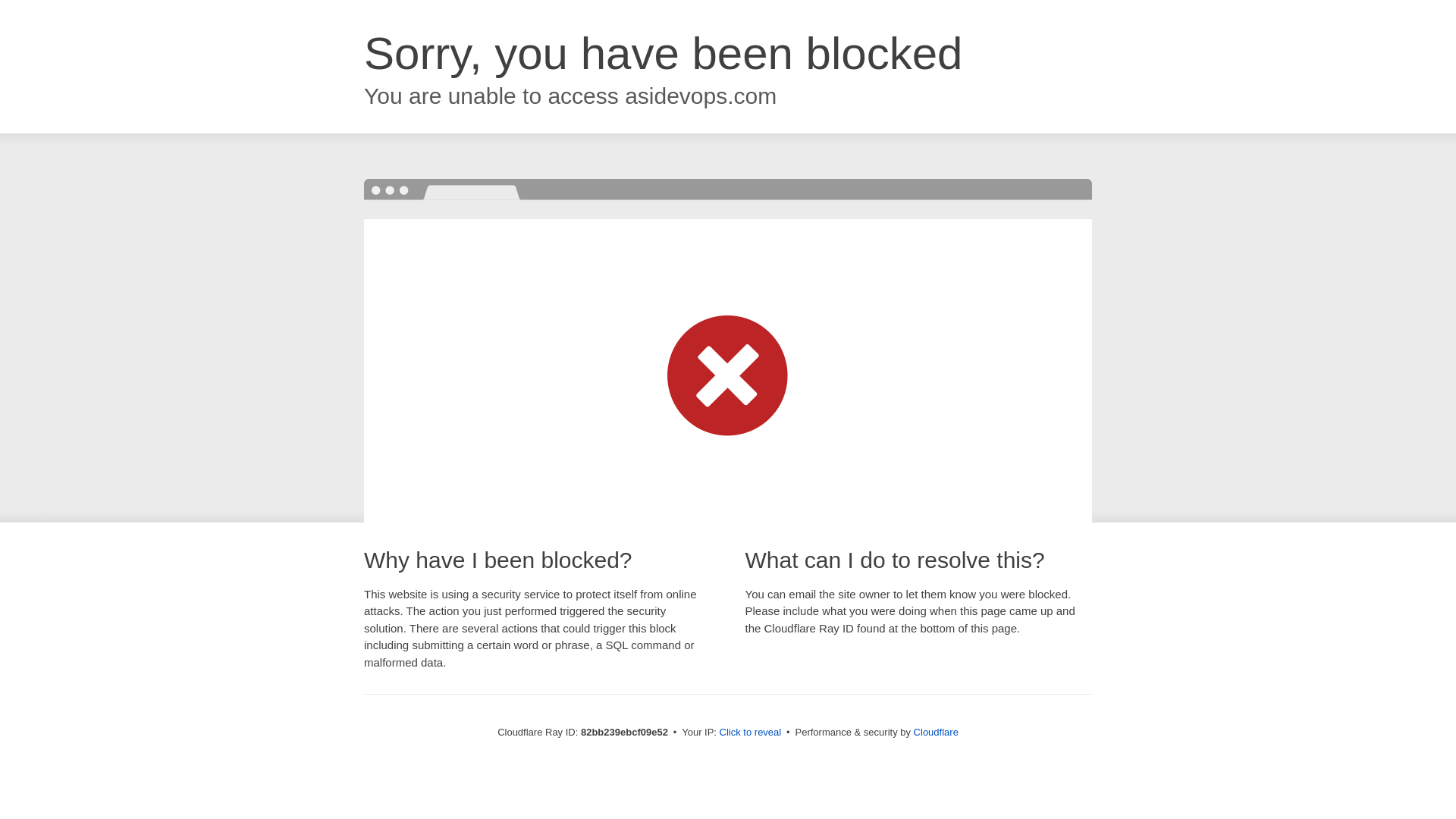 This screenshot has width=1456, height=819. Describe the element at coordinates (750, 731) in the screenshot. I see `'Click to reveal'` at that location.